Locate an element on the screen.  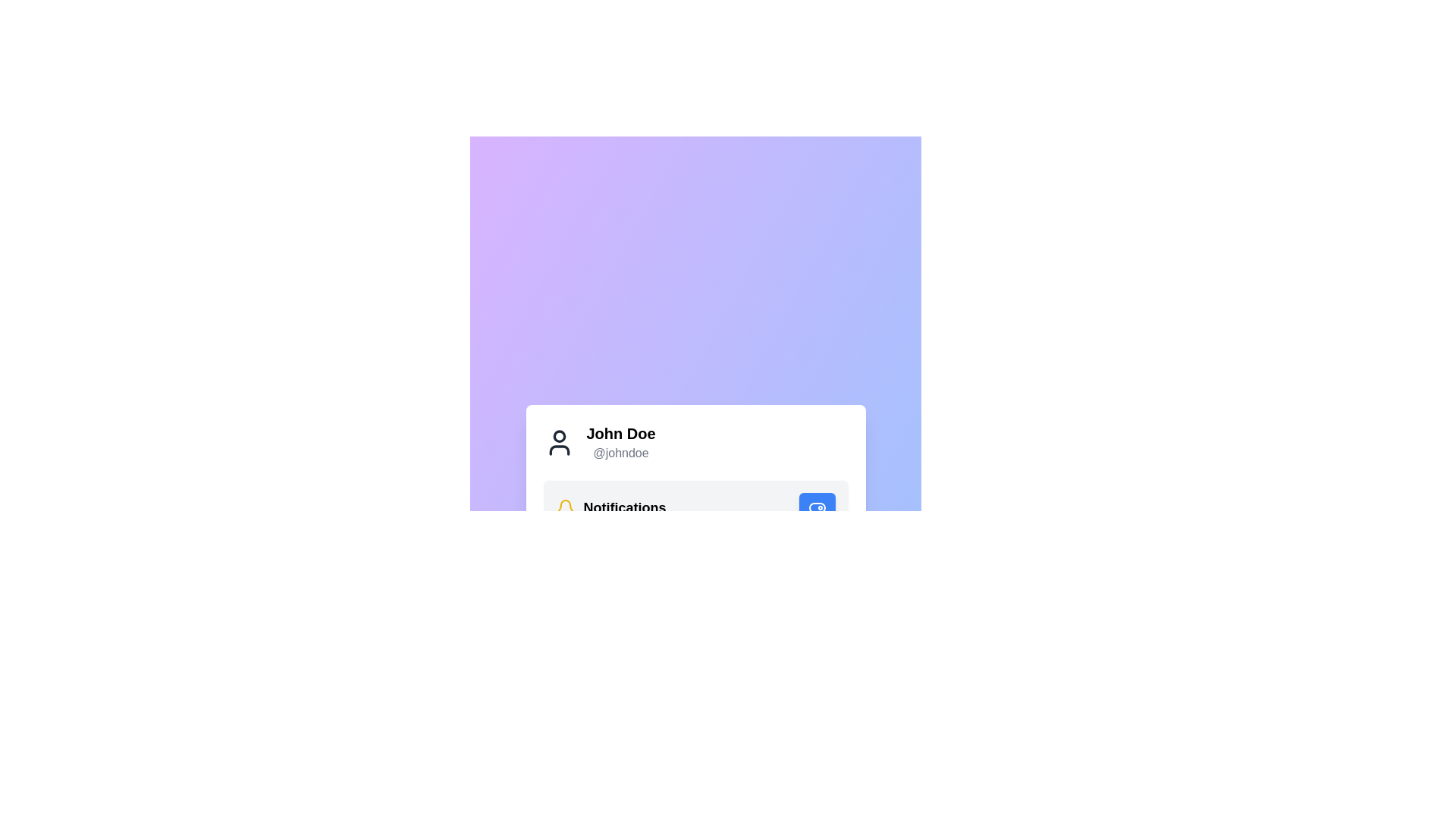
the graphical circle within the SVG icon that represents the user's profile on the user profile card is located at coordinates (558, 436).